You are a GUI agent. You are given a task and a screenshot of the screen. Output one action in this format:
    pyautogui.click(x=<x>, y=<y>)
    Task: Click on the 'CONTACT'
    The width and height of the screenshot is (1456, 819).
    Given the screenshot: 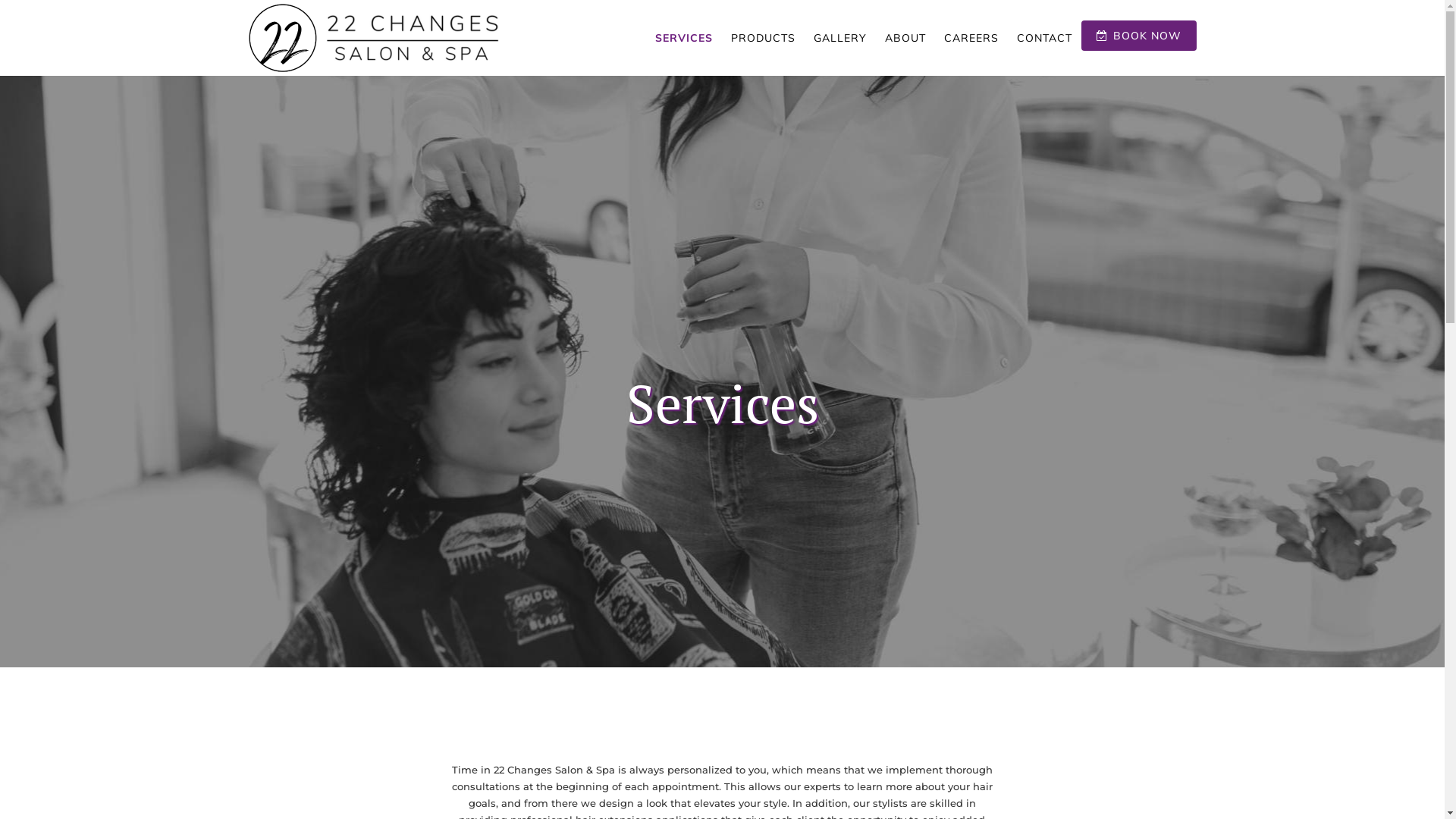 What is the action you would take?
    pyautogui.click(x=1043, y=37)
    